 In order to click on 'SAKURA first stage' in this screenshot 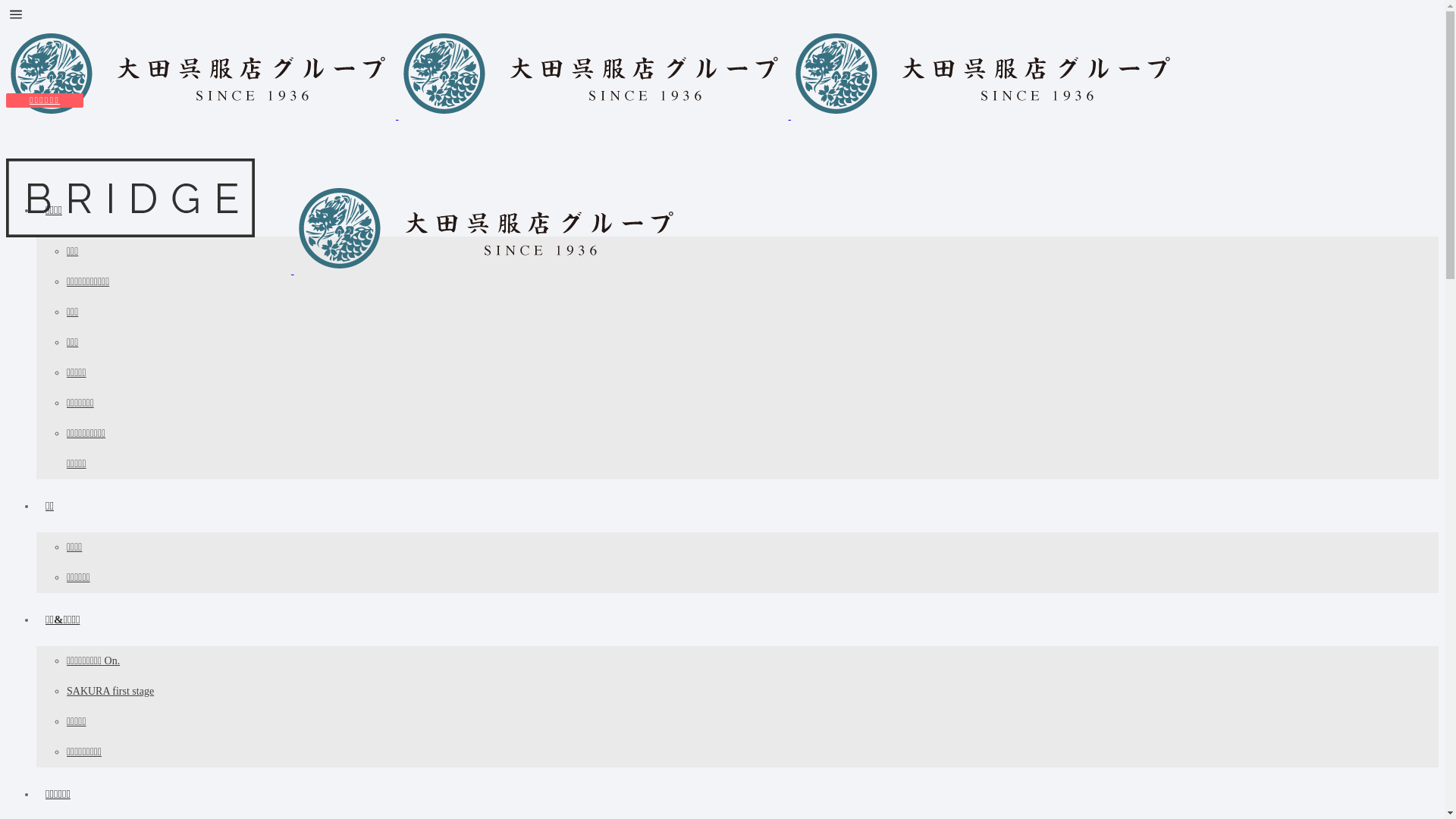, I will do `click(65, 691)`.